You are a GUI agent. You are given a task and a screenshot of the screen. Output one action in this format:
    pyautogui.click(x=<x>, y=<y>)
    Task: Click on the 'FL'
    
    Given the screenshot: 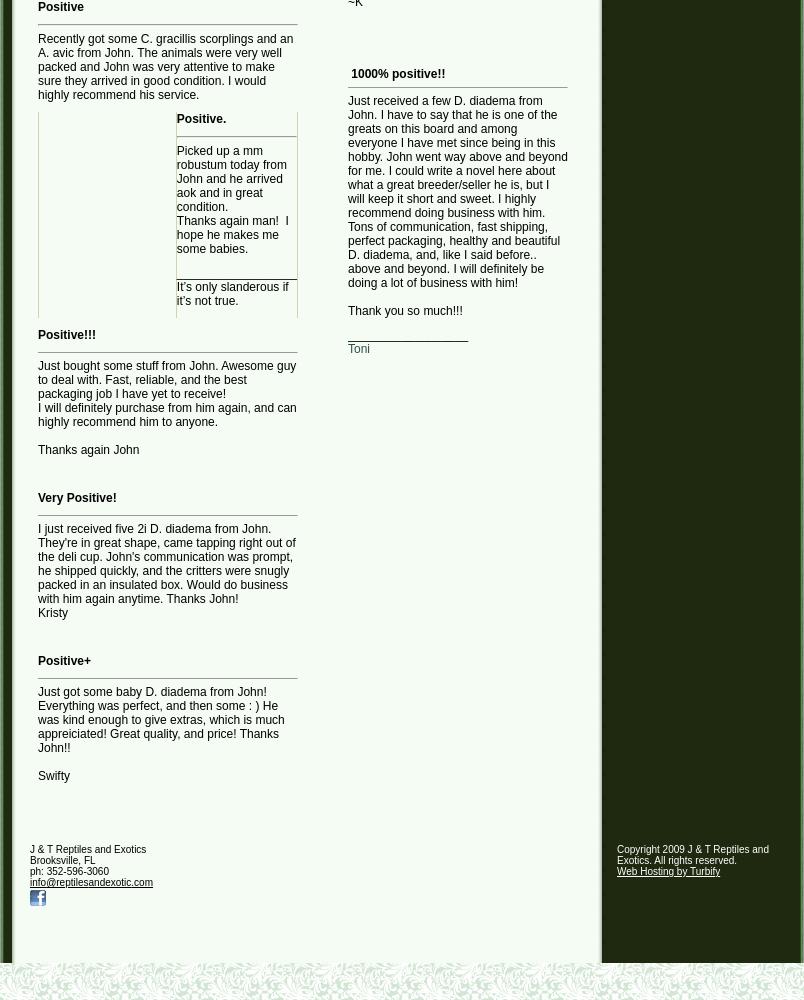 What is the action you would take?
    pyautogui.click(x=88, y=859)
    